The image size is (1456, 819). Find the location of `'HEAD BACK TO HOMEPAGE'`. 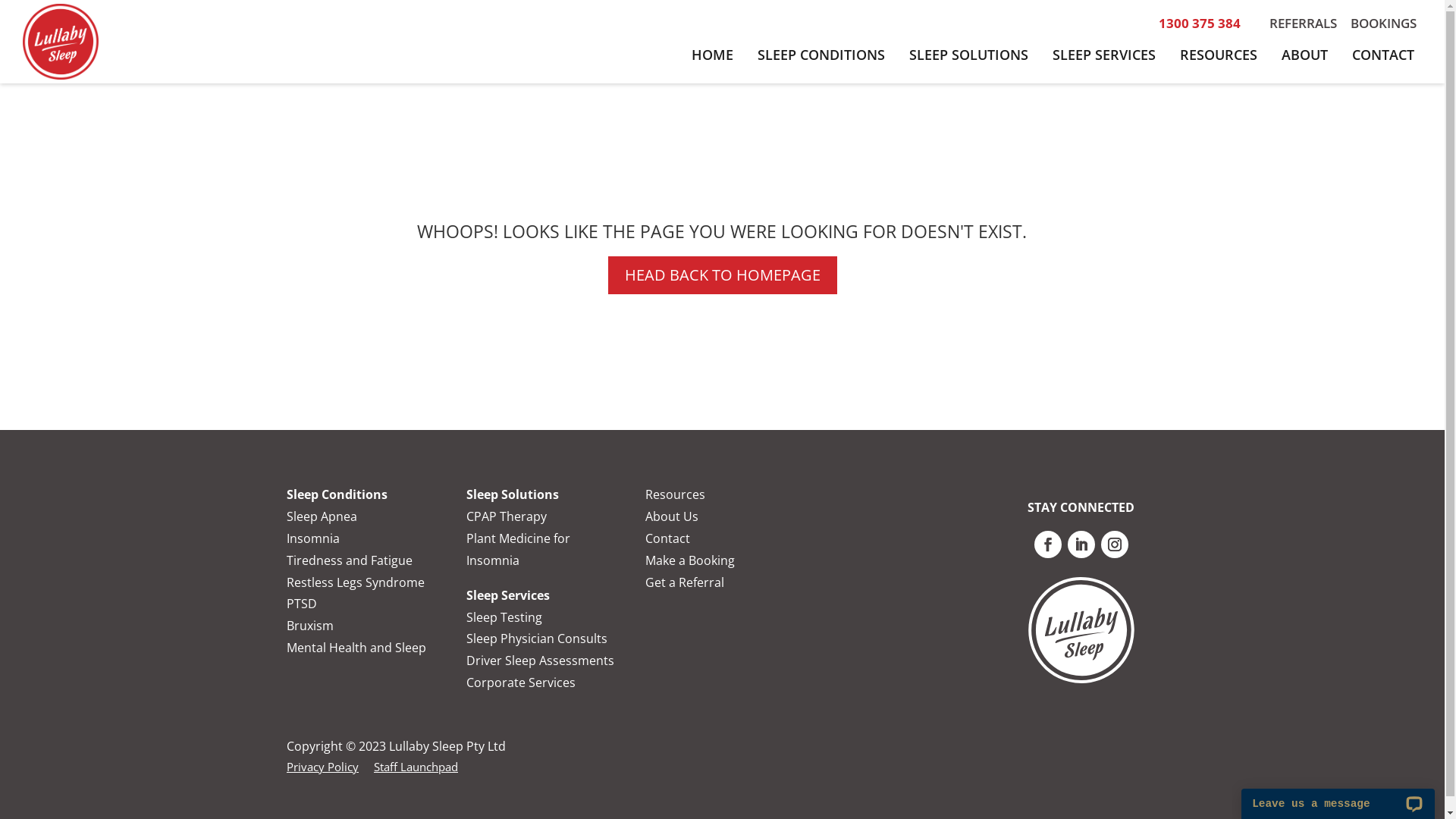

'HEAD BACK TO HOMEPAGE' is located at coordinates (722, 275).